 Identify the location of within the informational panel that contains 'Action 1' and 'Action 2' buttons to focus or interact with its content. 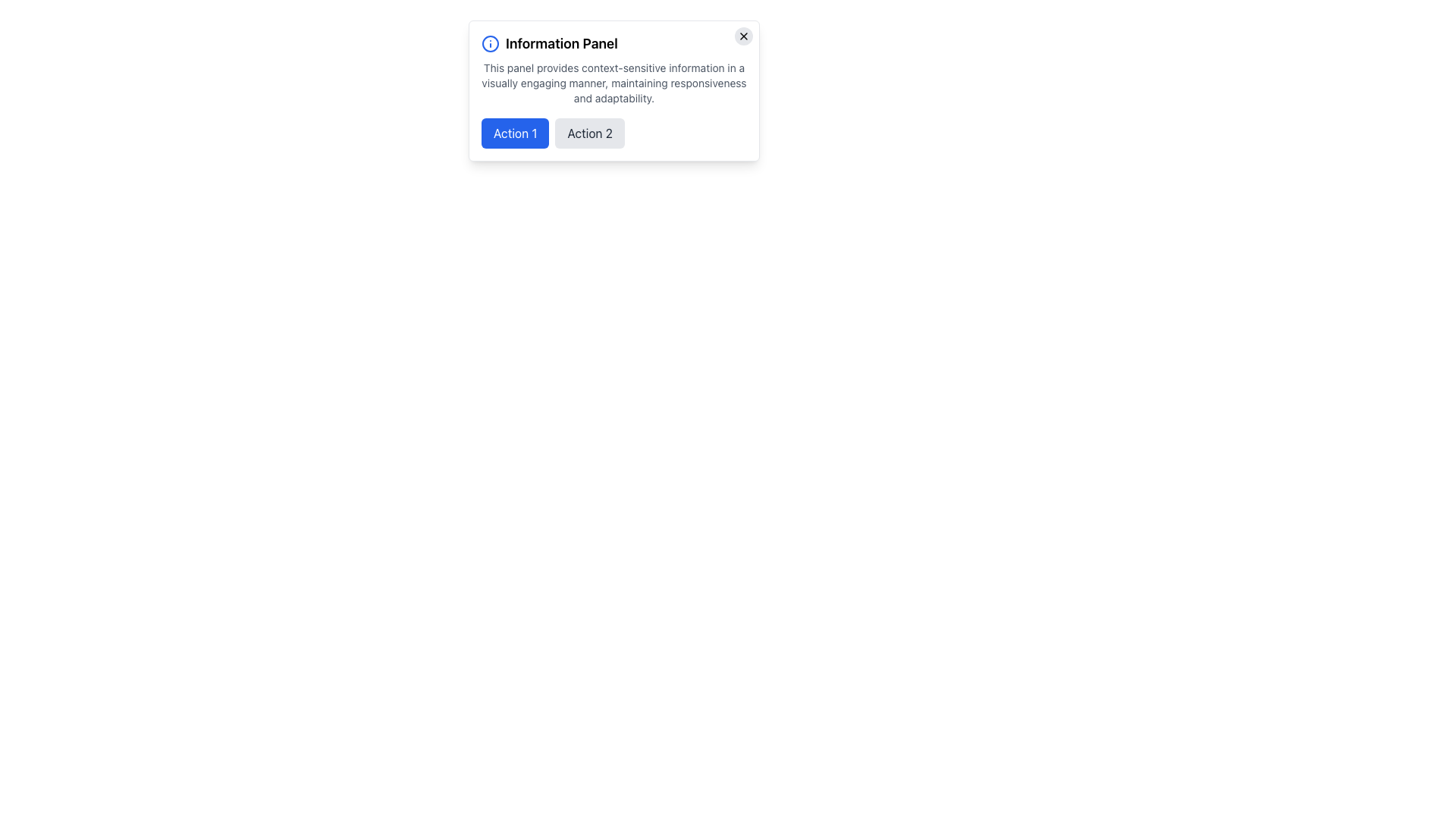
(614, 90).